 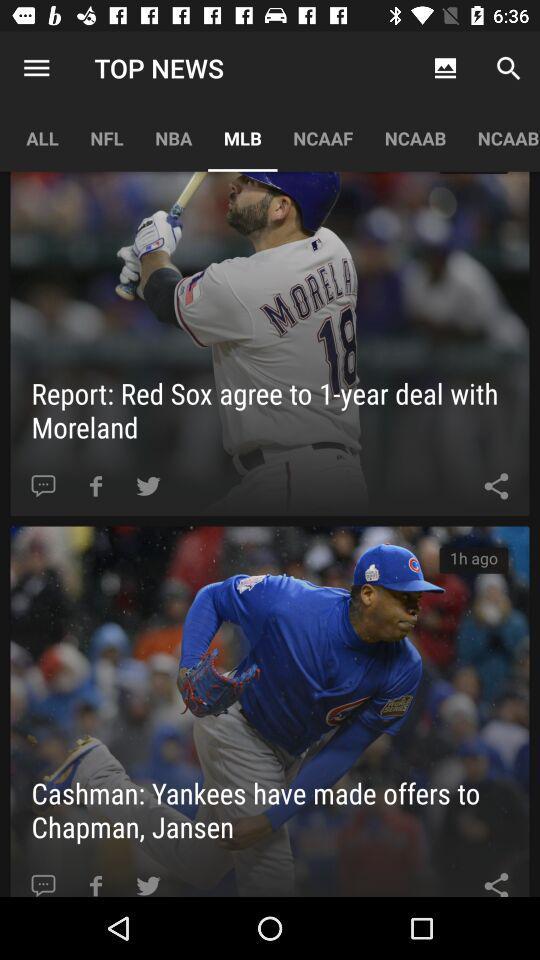 What do you see at coordinates (508, 68) in the screenshot?
I see `the icon above the ncaabbl` at bounding box center [508, 68].